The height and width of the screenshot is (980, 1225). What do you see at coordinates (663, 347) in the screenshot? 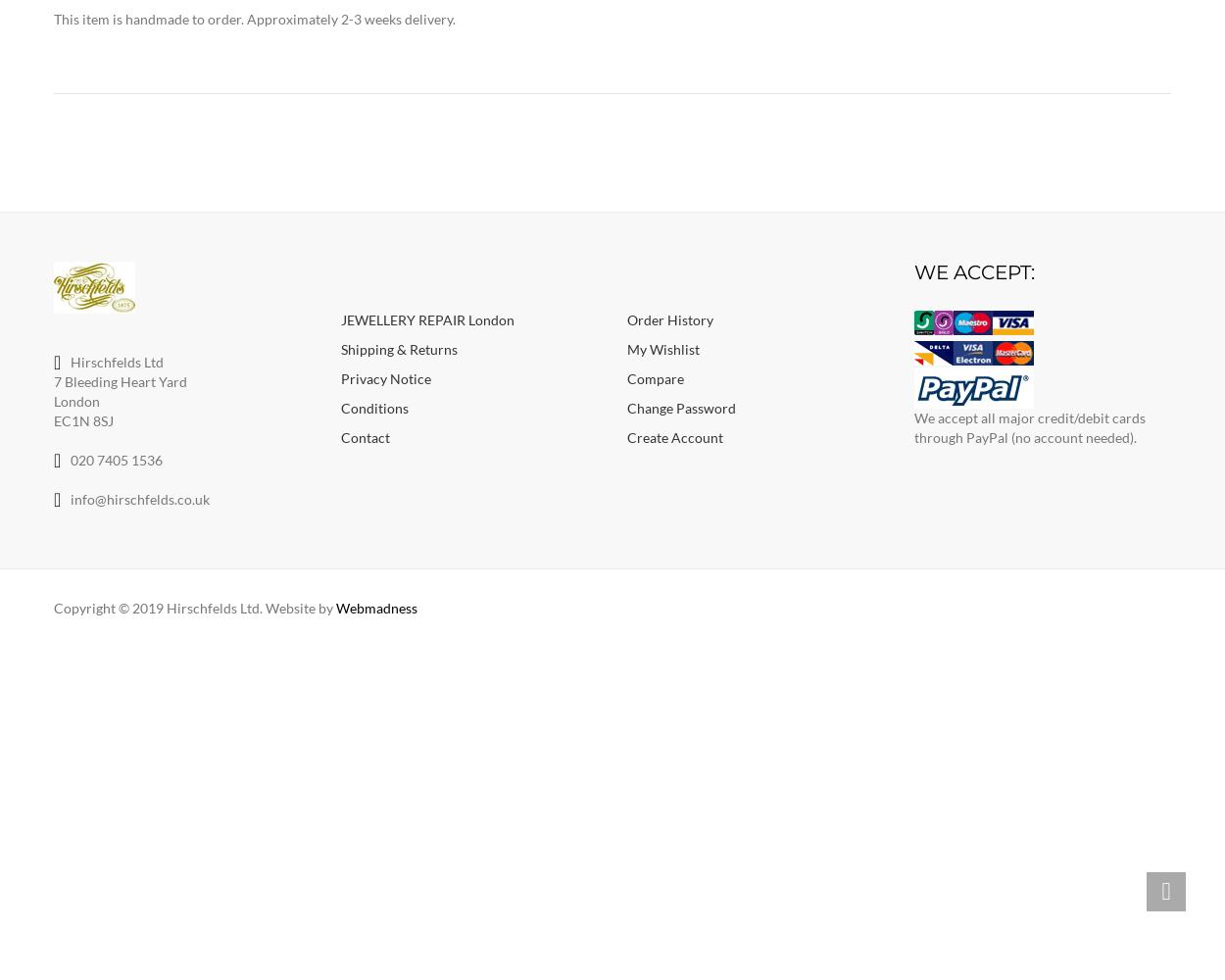
I see `'My Wishlist'` at bounding box center [663, 347].